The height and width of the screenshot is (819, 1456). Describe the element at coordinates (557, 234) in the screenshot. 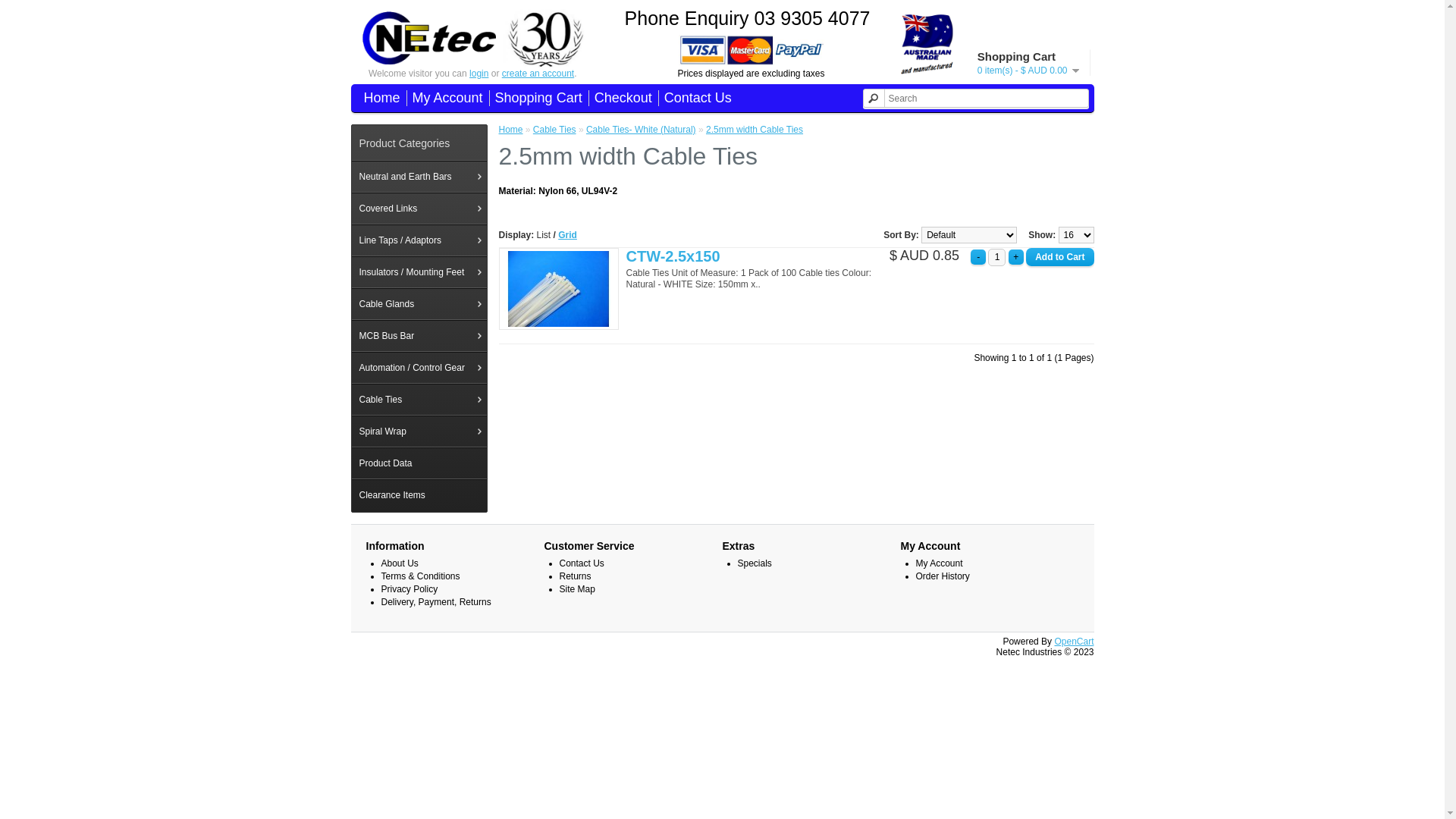

I see `'Grid'` at that location.